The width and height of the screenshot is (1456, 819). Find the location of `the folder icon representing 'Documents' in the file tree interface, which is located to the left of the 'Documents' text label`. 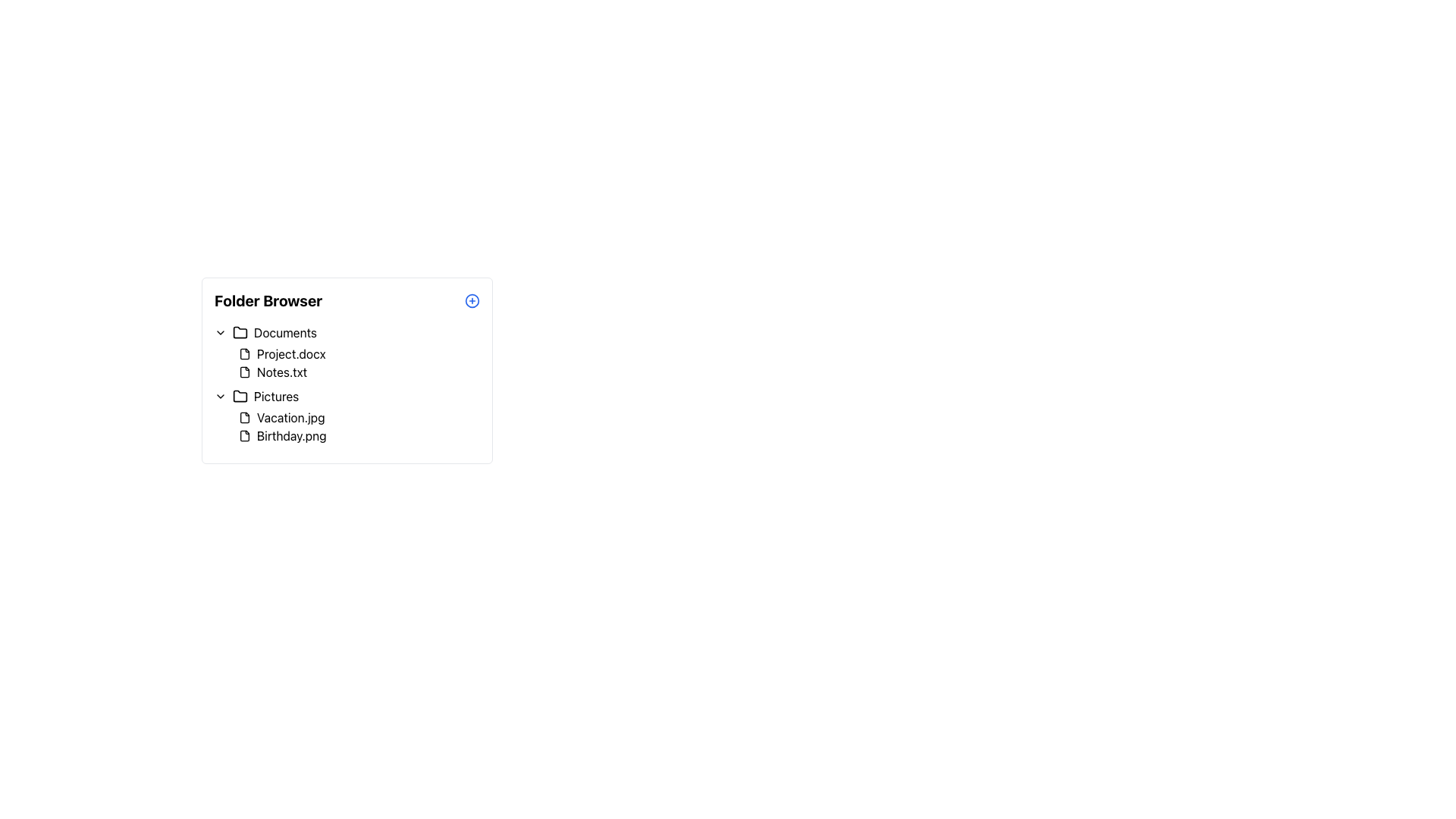

the folder icon representing 'Documents' in the file tree interface, which is located to the left of the 'Documents' text label is located at coordinates (239, 332).